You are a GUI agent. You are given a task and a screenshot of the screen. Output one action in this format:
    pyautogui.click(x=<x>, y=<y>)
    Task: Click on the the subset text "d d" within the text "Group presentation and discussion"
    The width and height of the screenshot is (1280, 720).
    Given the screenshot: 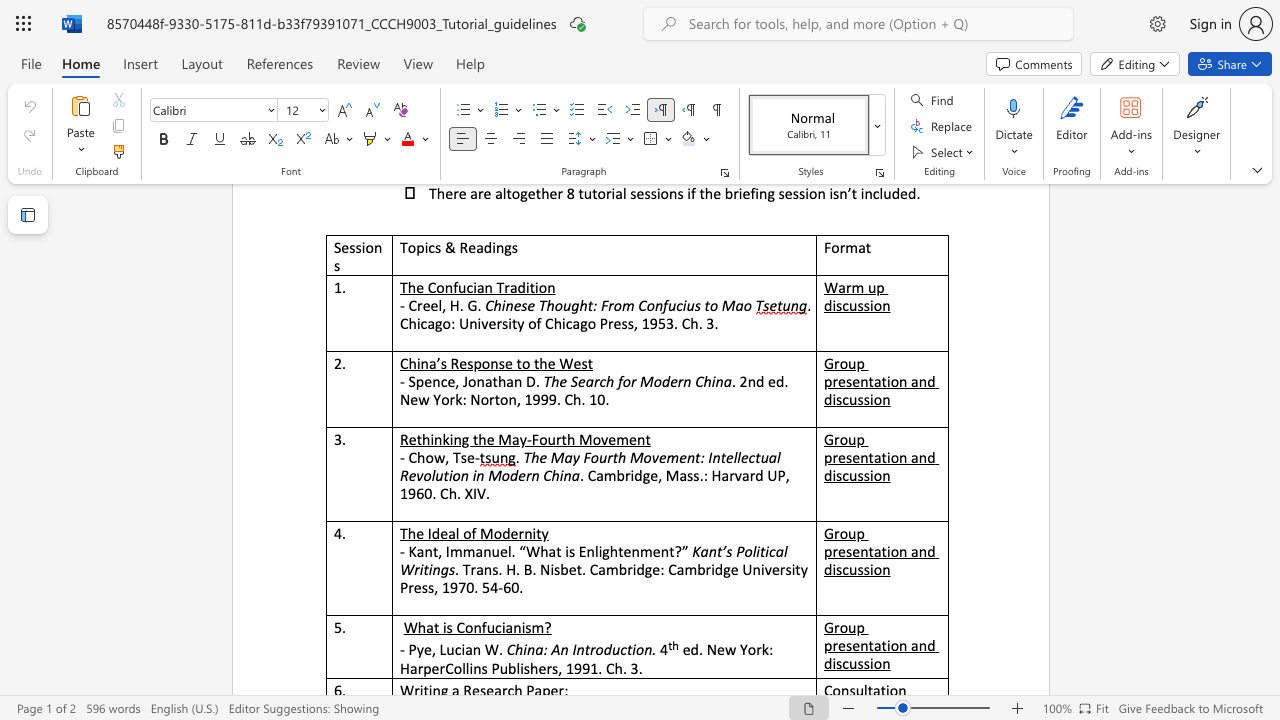 What is the action you would take?
    pyautogui.click(x=926, y=645)
    